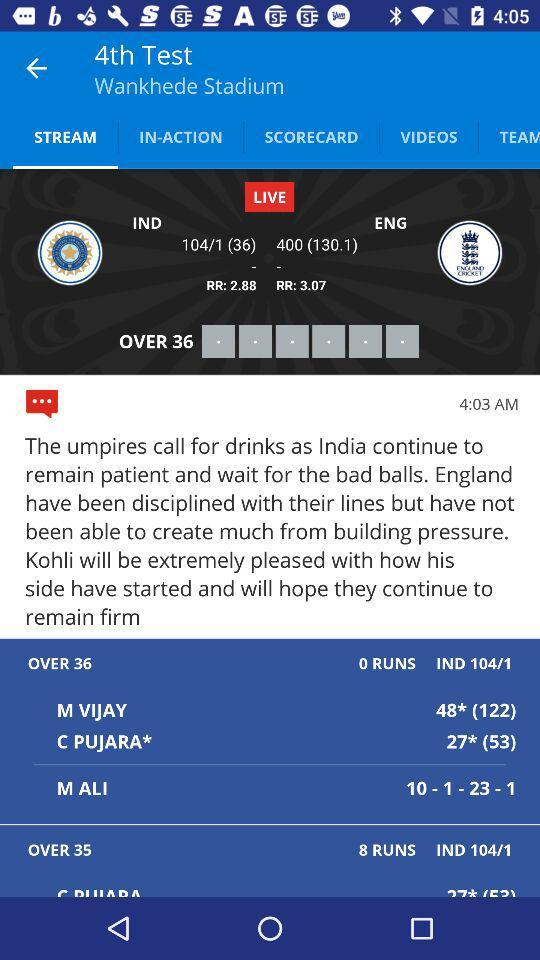 This screenshot has width=540, height=960. Describe the element at coordinates (65, 135) in the screenshot. I see `the stream` at that location.